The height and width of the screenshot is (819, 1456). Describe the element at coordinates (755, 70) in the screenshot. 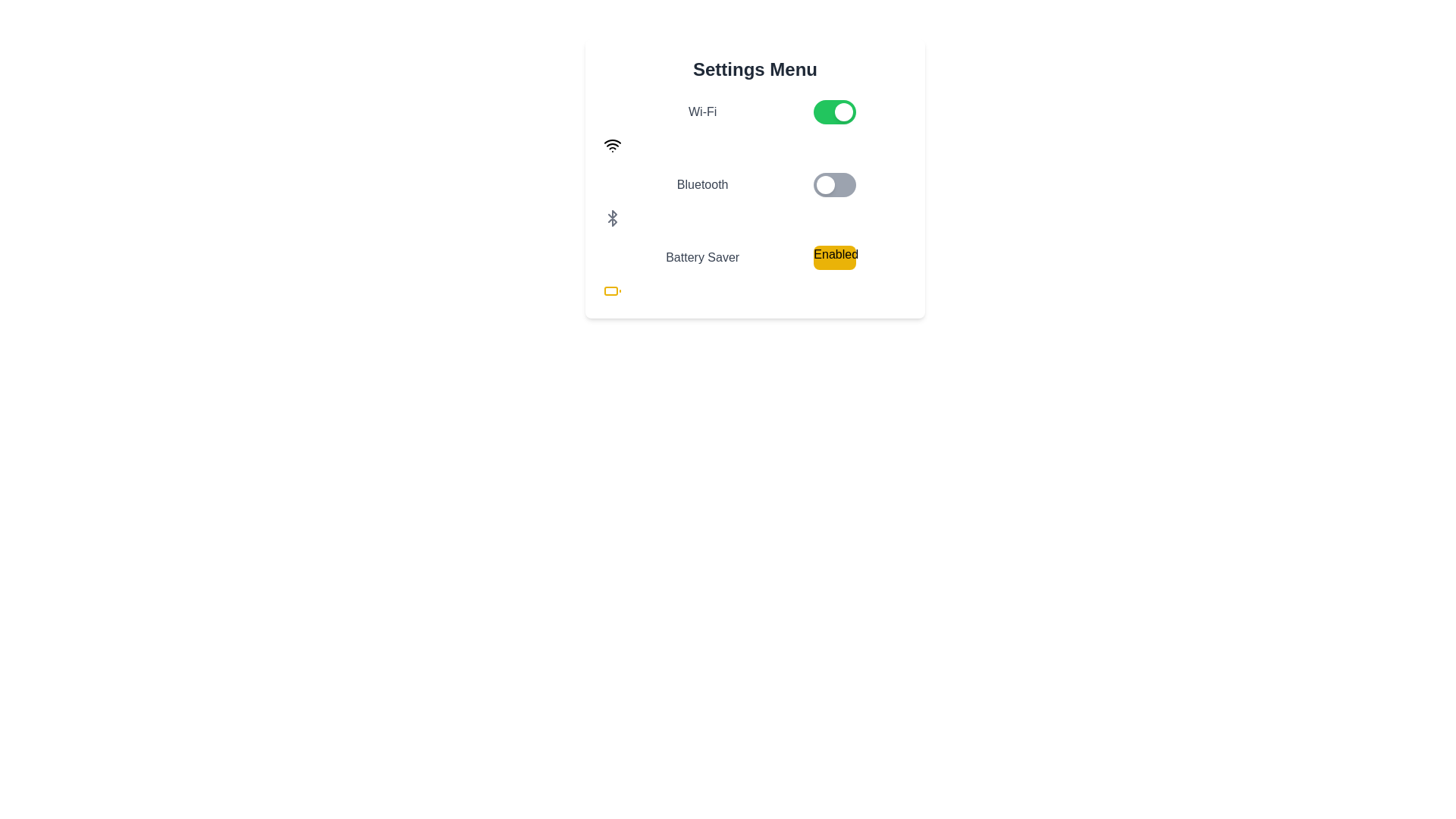

I see `the settings menu title text label located at the top of the settings menu interface, centered horizontally, which indicates the purpose of the surrounding UI components` at that location.